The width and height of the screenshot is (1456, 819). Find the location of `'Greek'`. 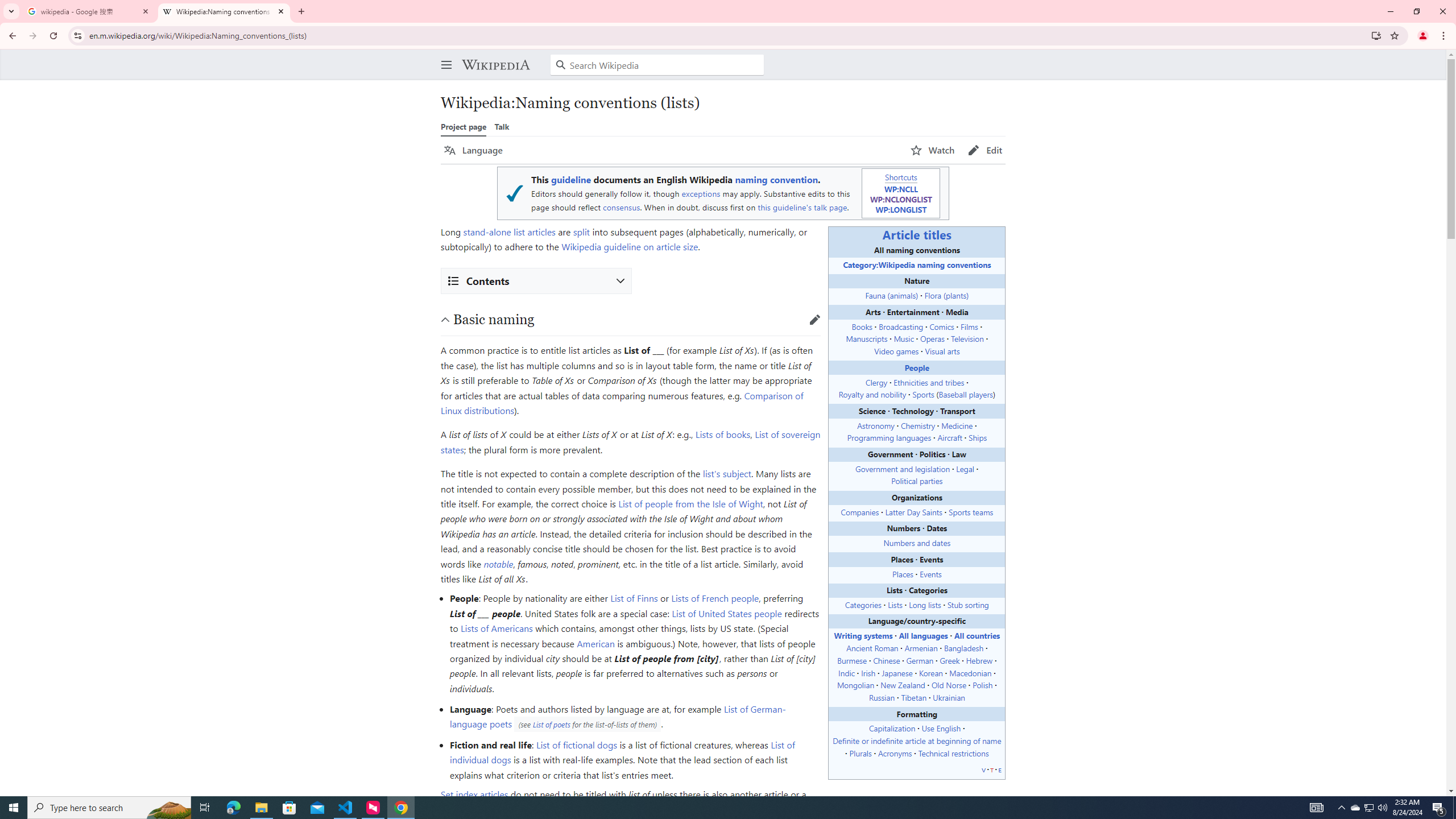

'Greek' is located at coordinates (949, 659).